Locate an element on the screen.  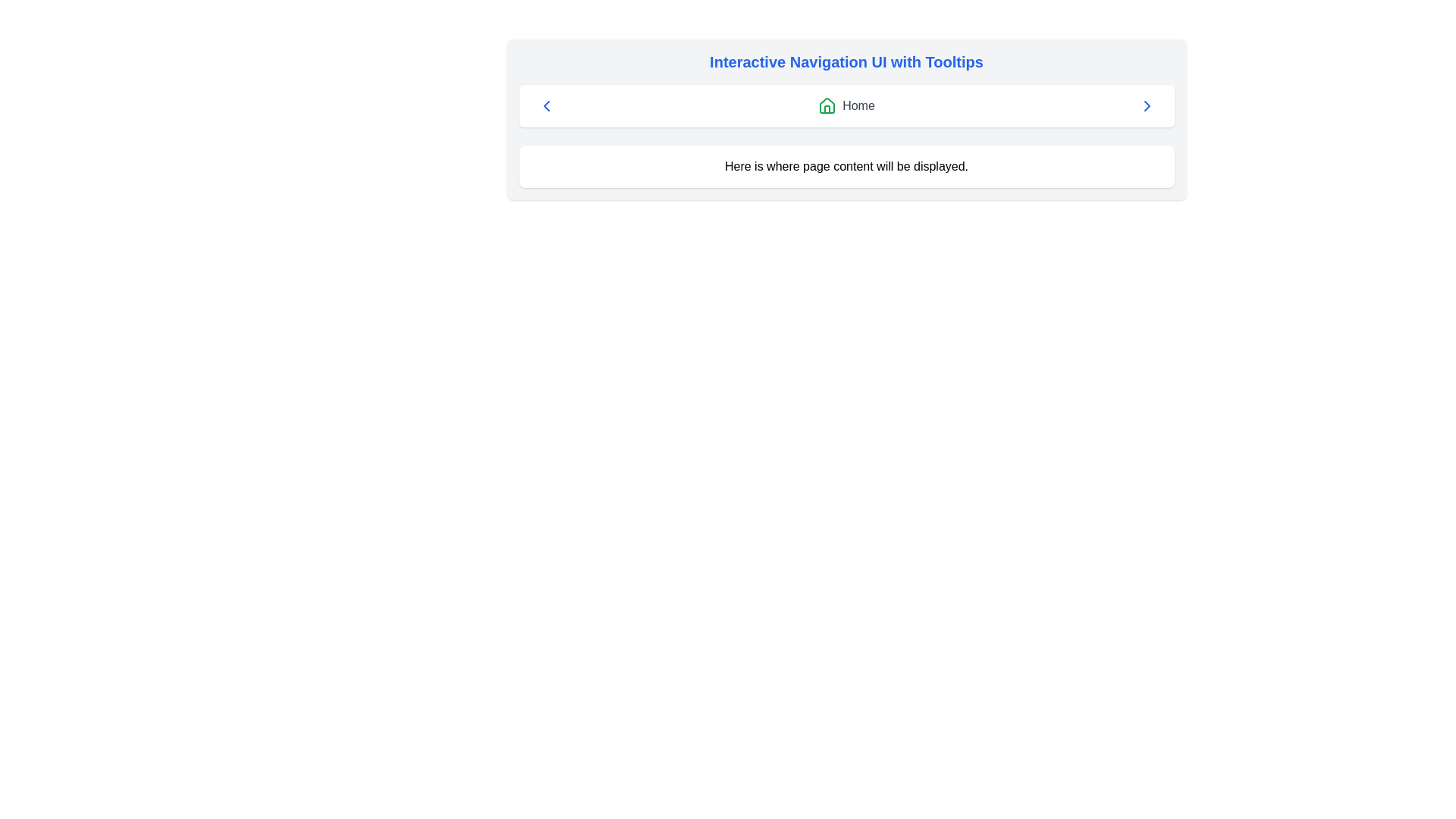
the blue chevron icon resembling a right-facing arrow located to the right of the 'Home' label in the navigation bar is located at coordinates (1147, 105).